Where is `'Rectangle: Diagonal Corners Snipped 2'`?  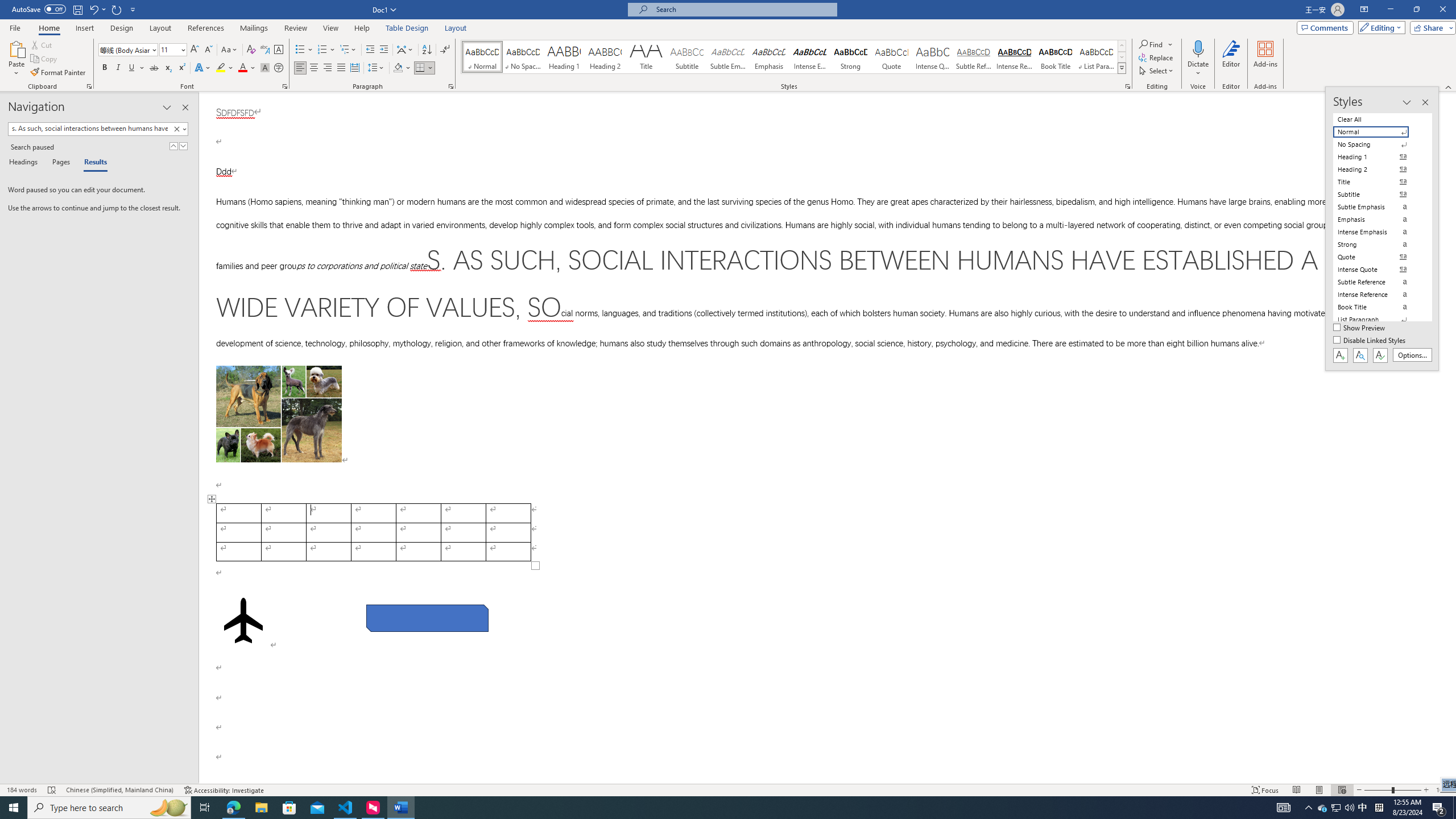
'Rectangle: Diagonal Corners Snipped 2' is located at coordinates (427, 618).